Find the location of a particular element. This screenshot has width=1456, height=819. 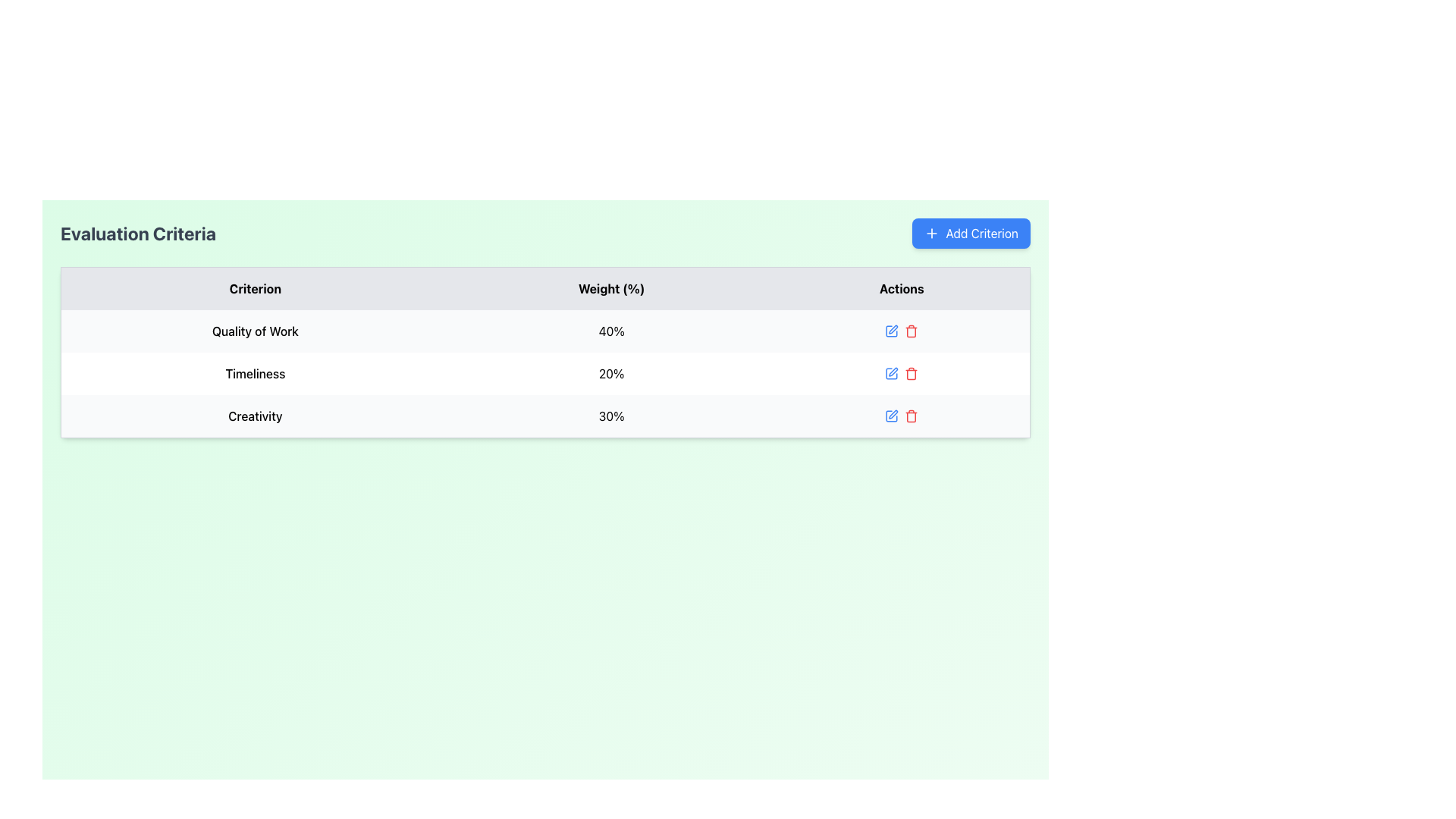

the table header cell indicating weights as percentages, which is located in the second column of the header row, between the 'Criterion' and 'Actions' cells is located at coordinates (611, 288).